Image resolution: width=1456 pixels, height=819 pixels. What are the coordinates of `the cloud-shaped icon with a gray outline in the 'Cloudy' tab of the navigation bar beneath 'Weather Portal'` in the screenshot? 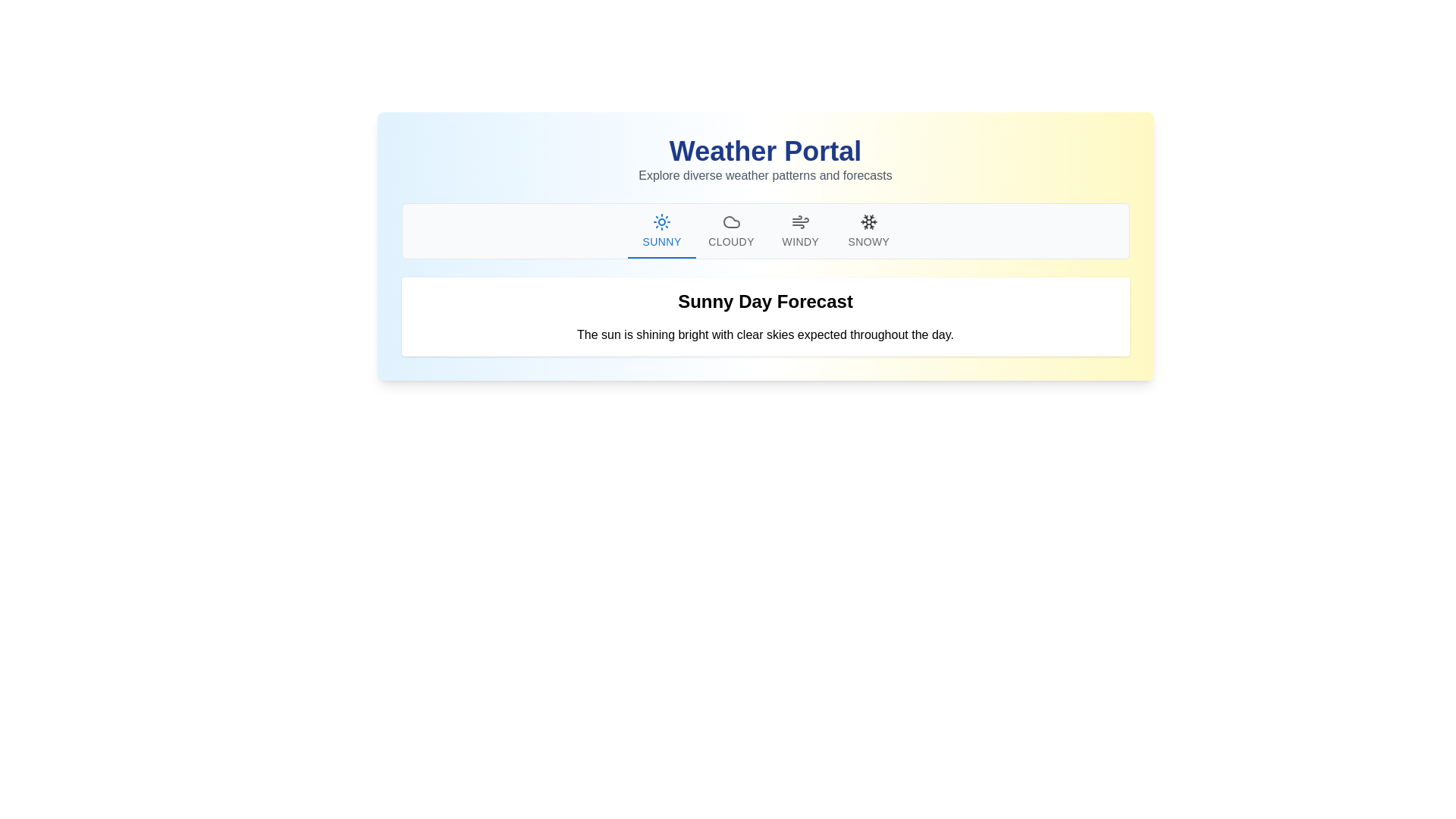 It's located at (731, 222).